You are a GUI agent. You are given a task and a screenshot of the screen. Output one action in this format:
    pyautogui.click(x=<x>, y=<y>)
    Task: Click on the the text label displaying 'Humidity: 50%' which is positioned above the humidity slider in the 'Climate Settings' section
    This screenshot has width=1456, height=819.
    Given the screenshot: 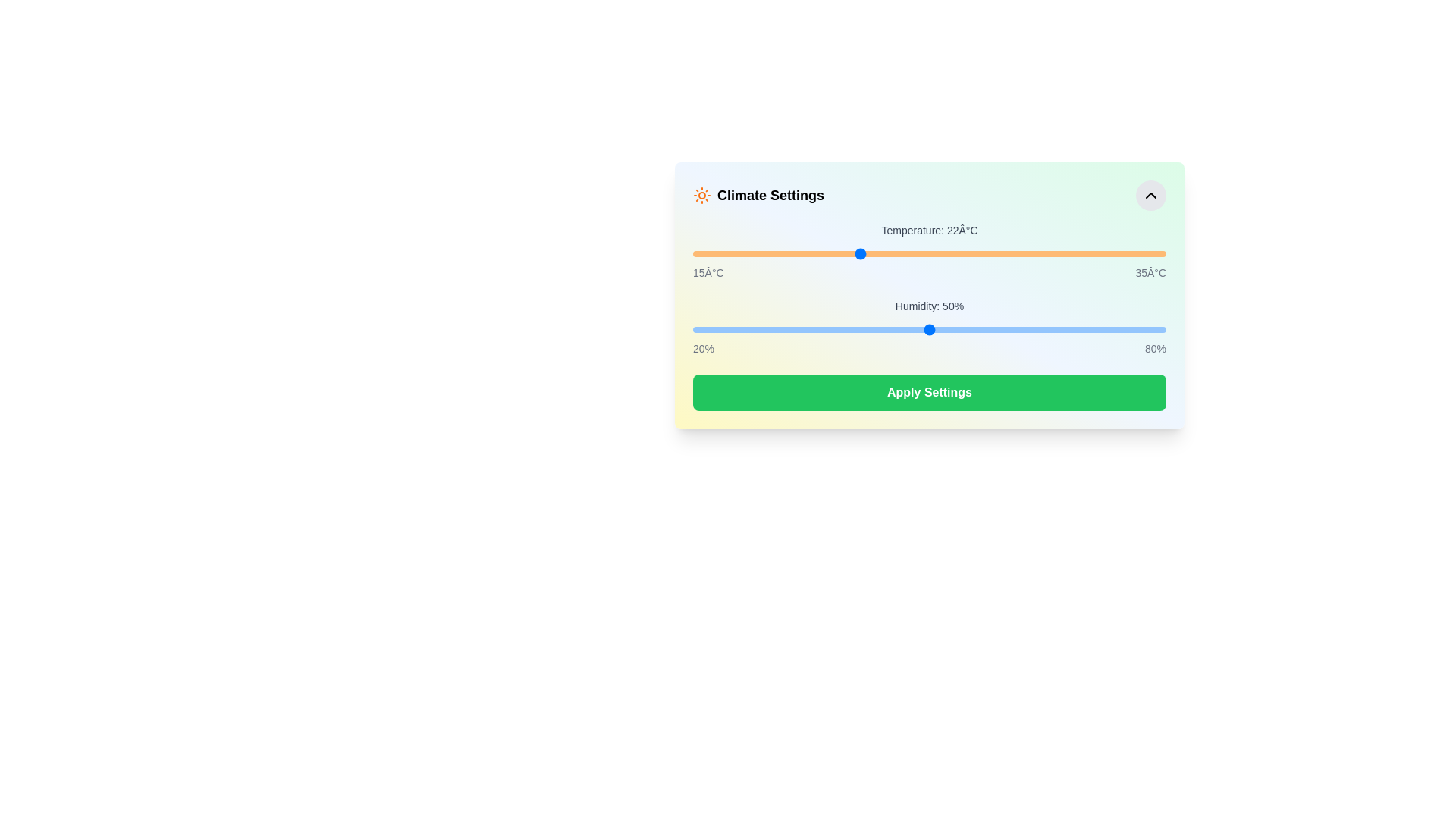 What is the action you would take?
    pyautogui.click(x=928, y=306)
    